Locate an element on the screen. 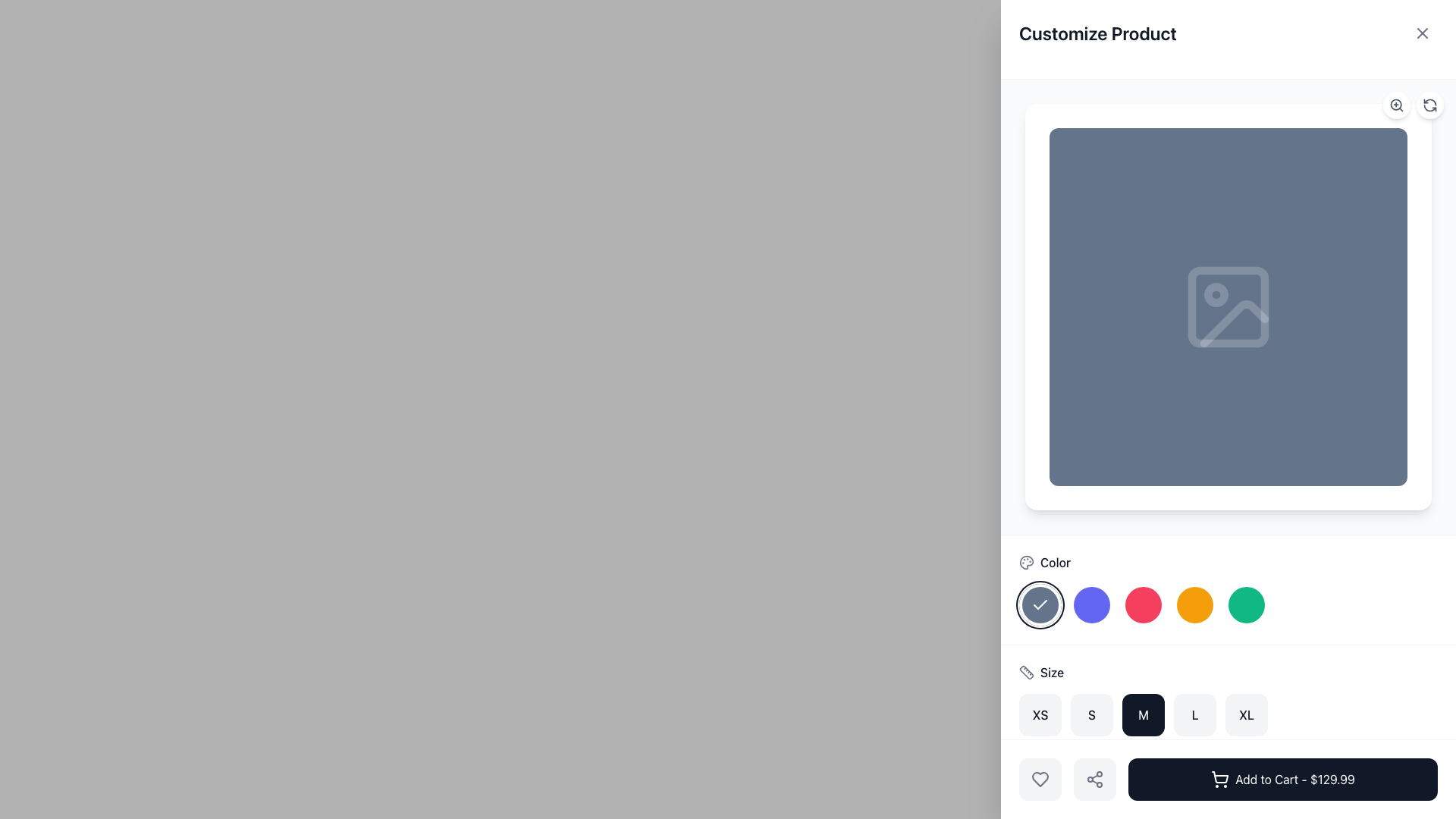 The height and width of the screenshot is (819, 1456). the third circle color option in the customization interface is located at coordinates (1143, 604).